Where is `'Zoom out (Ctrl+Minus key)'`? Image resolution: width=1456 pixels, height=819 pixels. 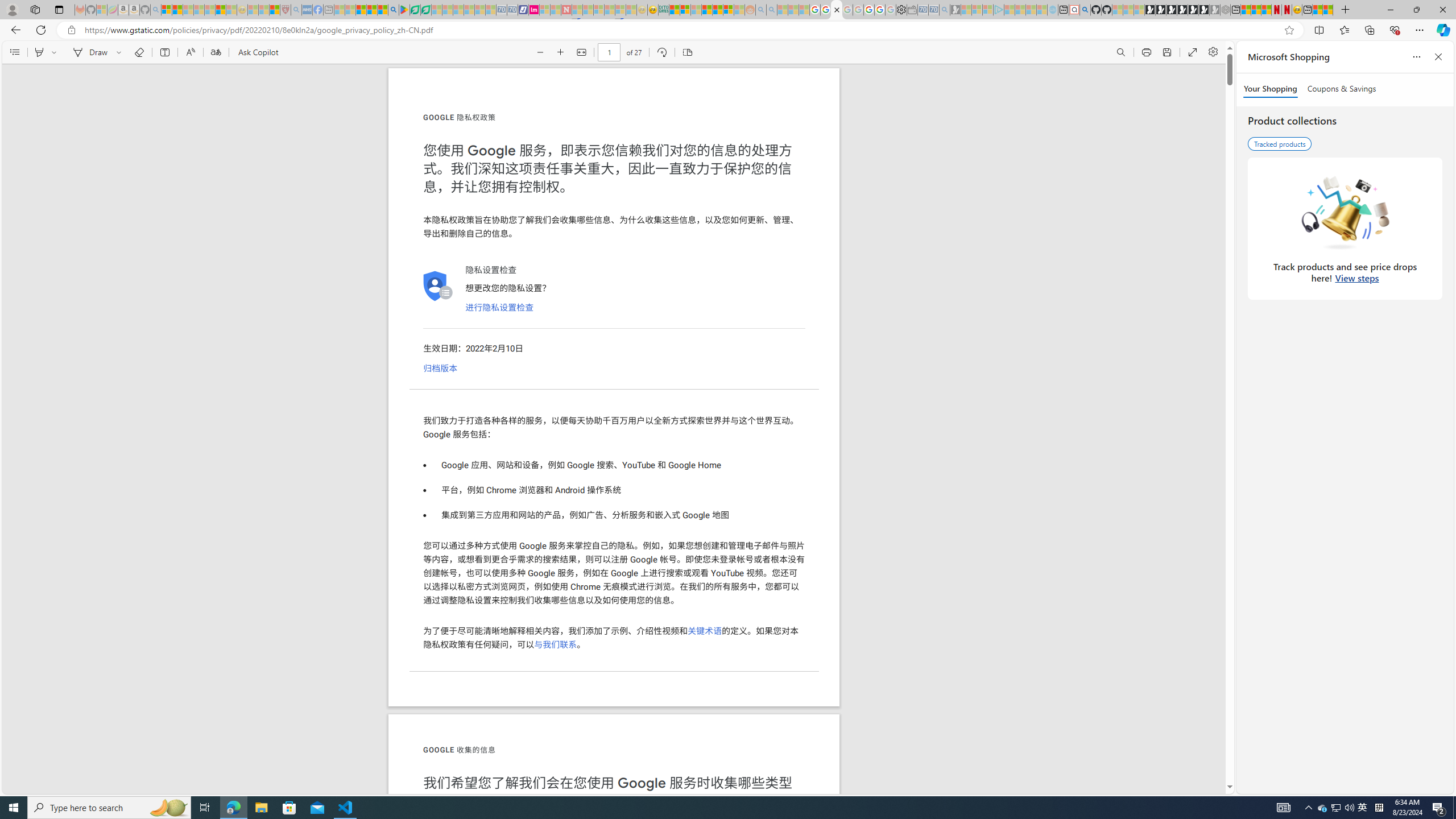 'Zoom out (Ctrl+Minus key)' is located at coordinates (540, 52).